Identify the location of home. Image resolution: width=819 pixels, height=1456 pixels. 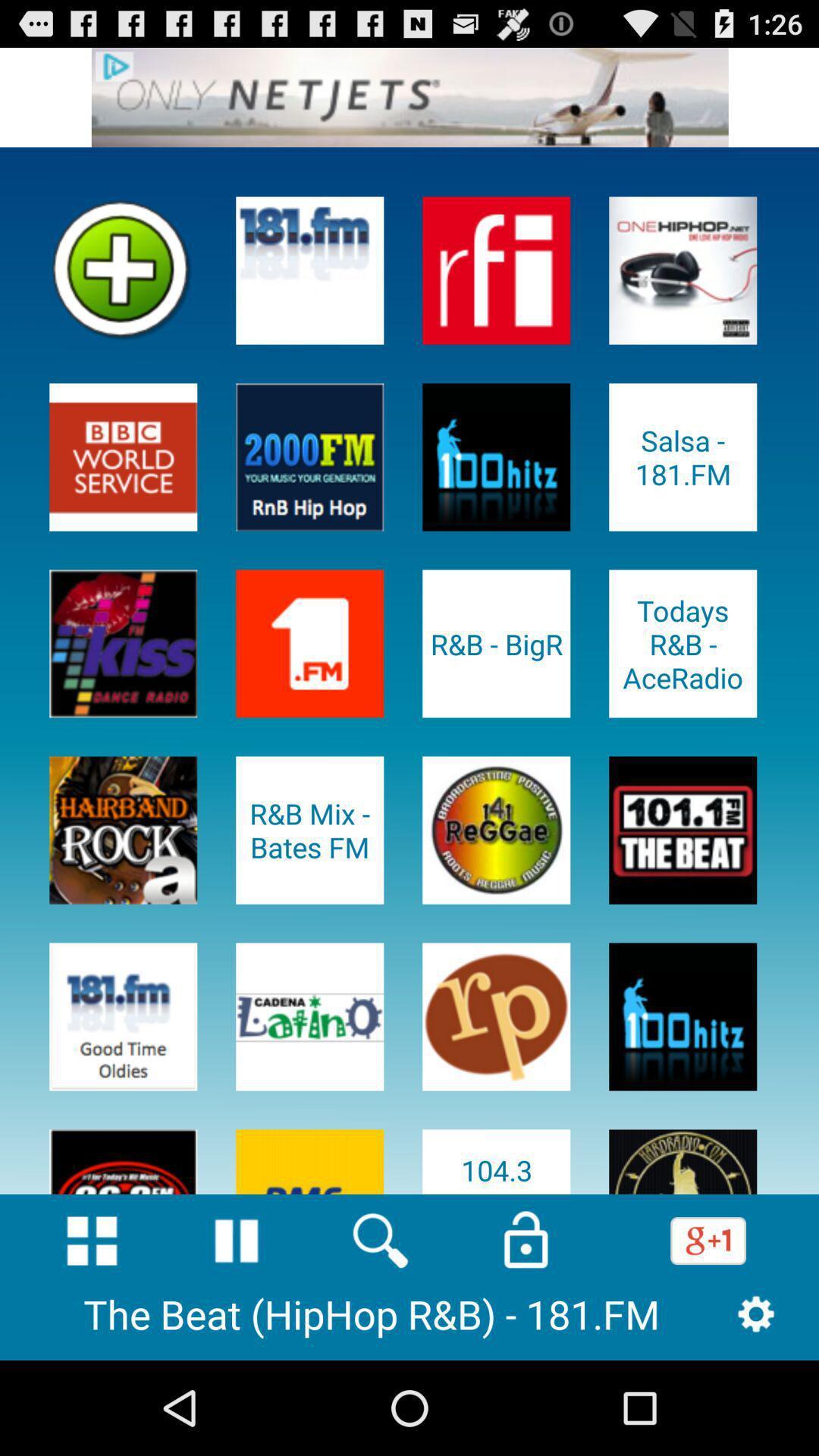
(92, 1241).